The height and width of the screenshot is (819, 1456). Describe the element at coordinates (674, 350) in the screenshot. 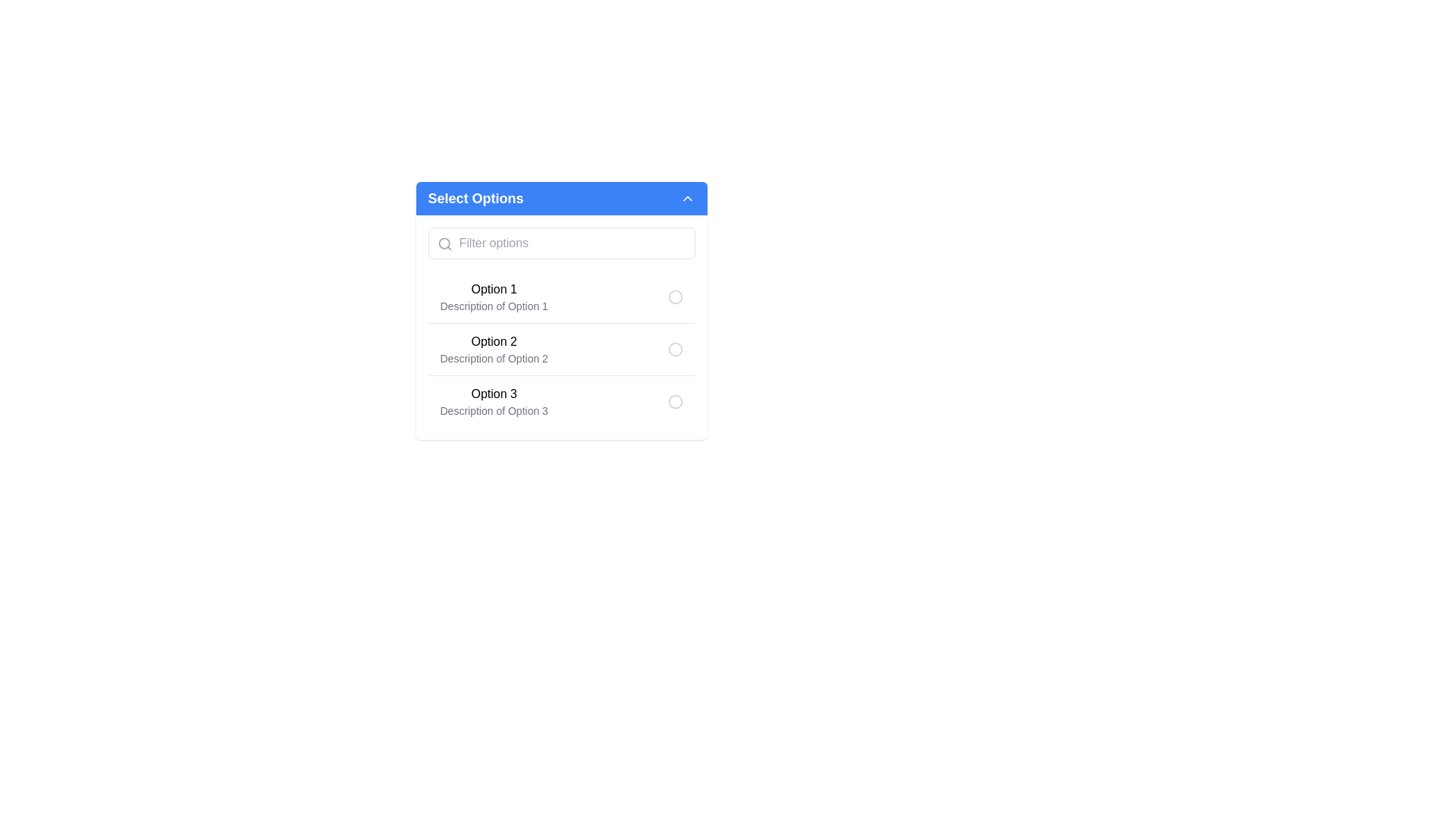

I see `the circular icon styled with a faint gray color located to the right of 'Option 2' in the dropdown menu` at that location.